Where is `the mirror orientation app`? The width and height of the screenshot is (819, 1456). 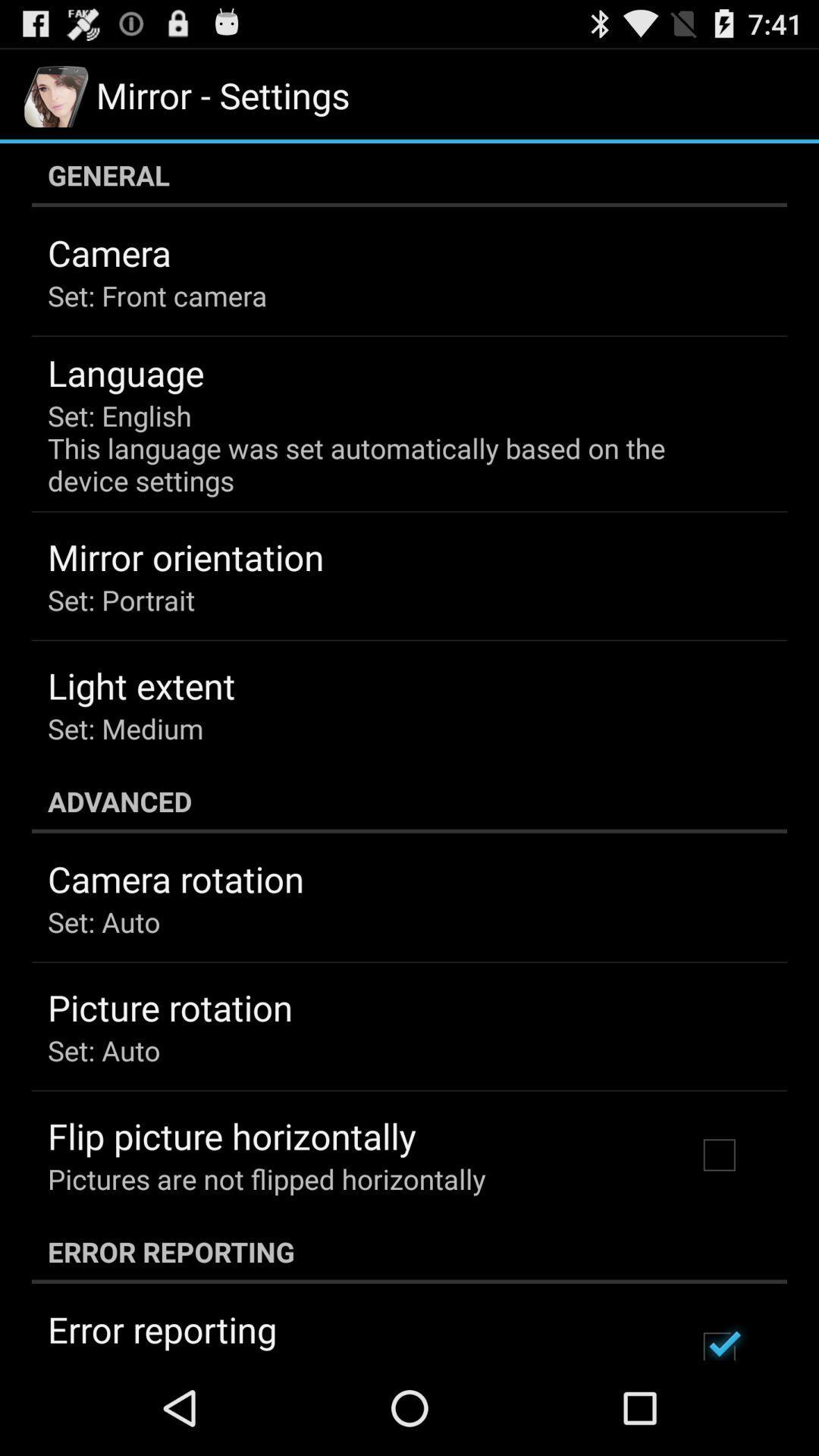
the mirror orientation app is located at coordinates (185, 556).